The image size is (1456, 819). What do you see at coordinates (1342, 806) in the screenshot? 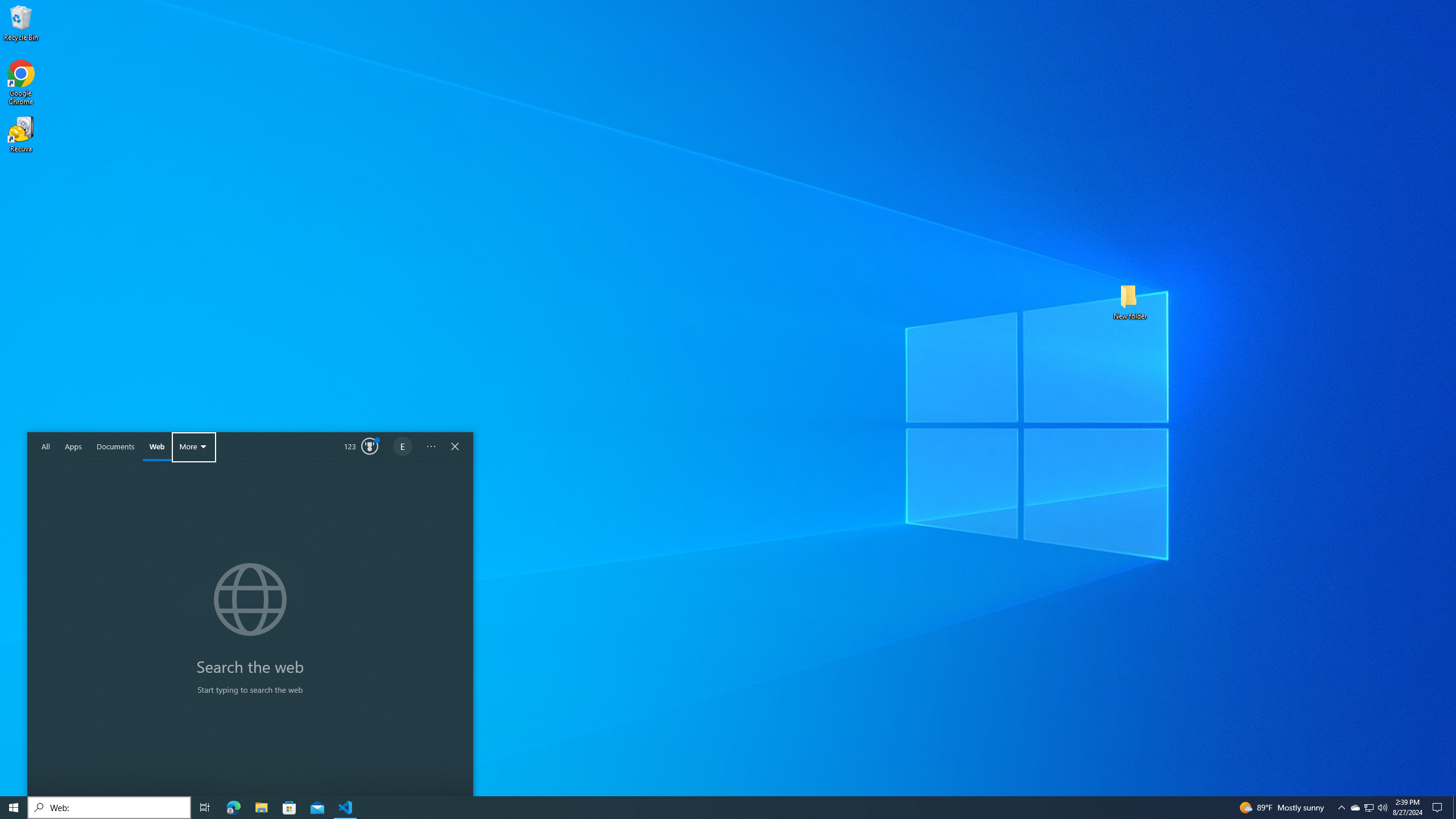
I see `'User Promoted Notification Area'` at bounding box center [1342, 806].